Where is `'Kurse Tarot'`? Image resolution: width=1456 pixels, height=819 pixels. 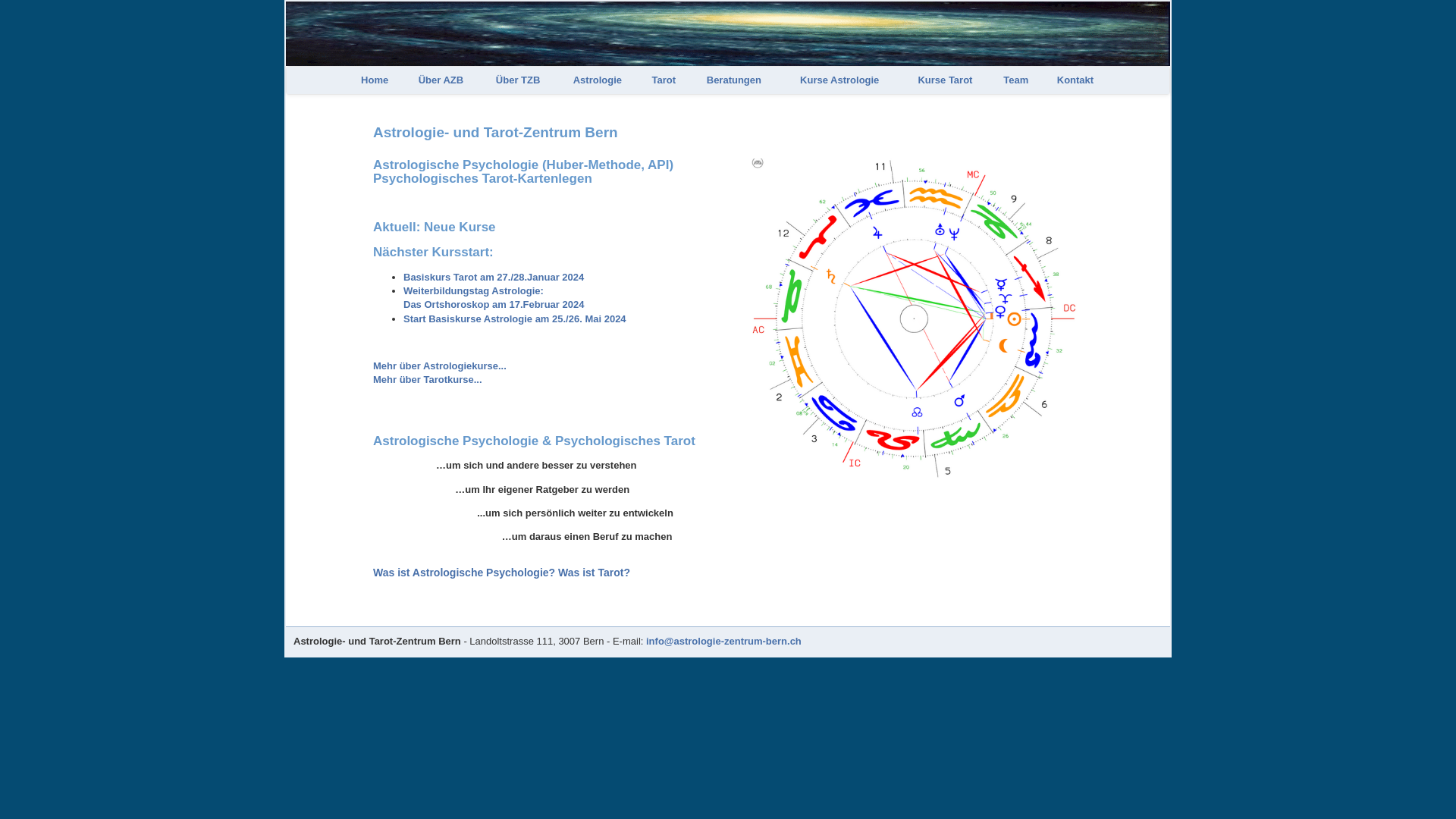
'Kurse Tarot' is located at coordinates (899, 80).